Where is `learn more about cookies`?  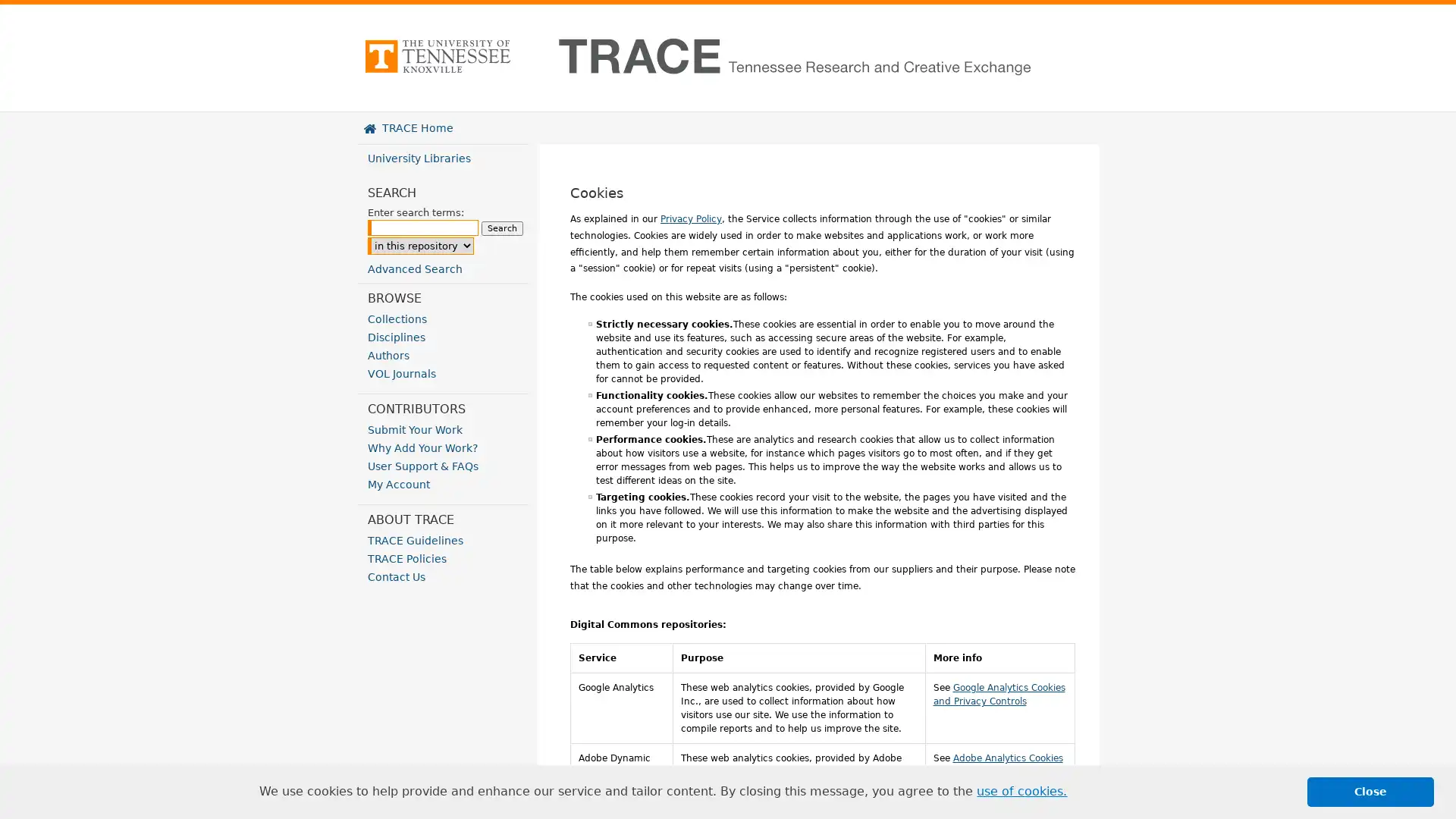 learn more about cookies is located at coordinates (1021, 791).